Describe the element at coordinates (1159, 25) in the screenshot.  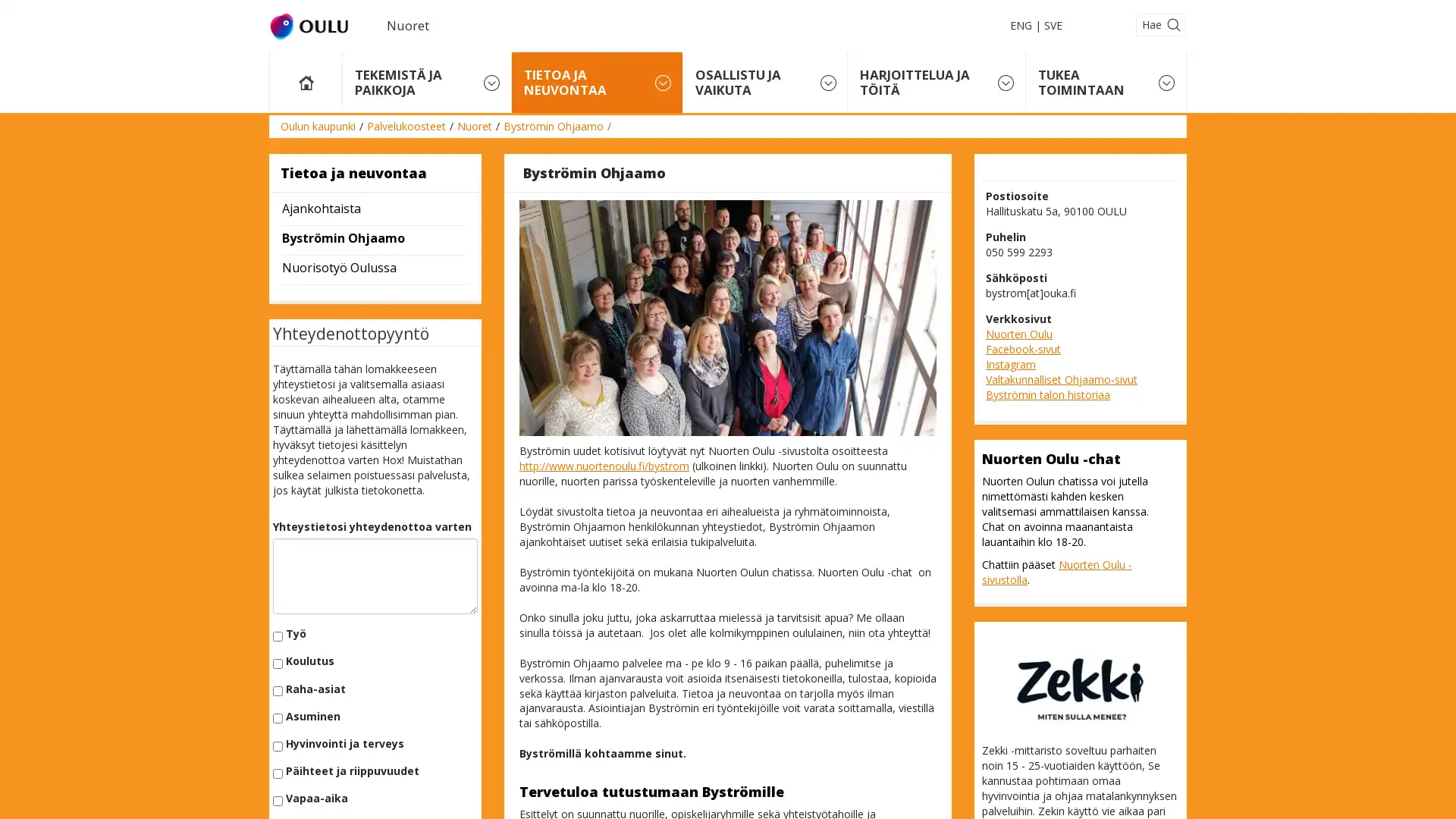
I see `Hae` at that location.